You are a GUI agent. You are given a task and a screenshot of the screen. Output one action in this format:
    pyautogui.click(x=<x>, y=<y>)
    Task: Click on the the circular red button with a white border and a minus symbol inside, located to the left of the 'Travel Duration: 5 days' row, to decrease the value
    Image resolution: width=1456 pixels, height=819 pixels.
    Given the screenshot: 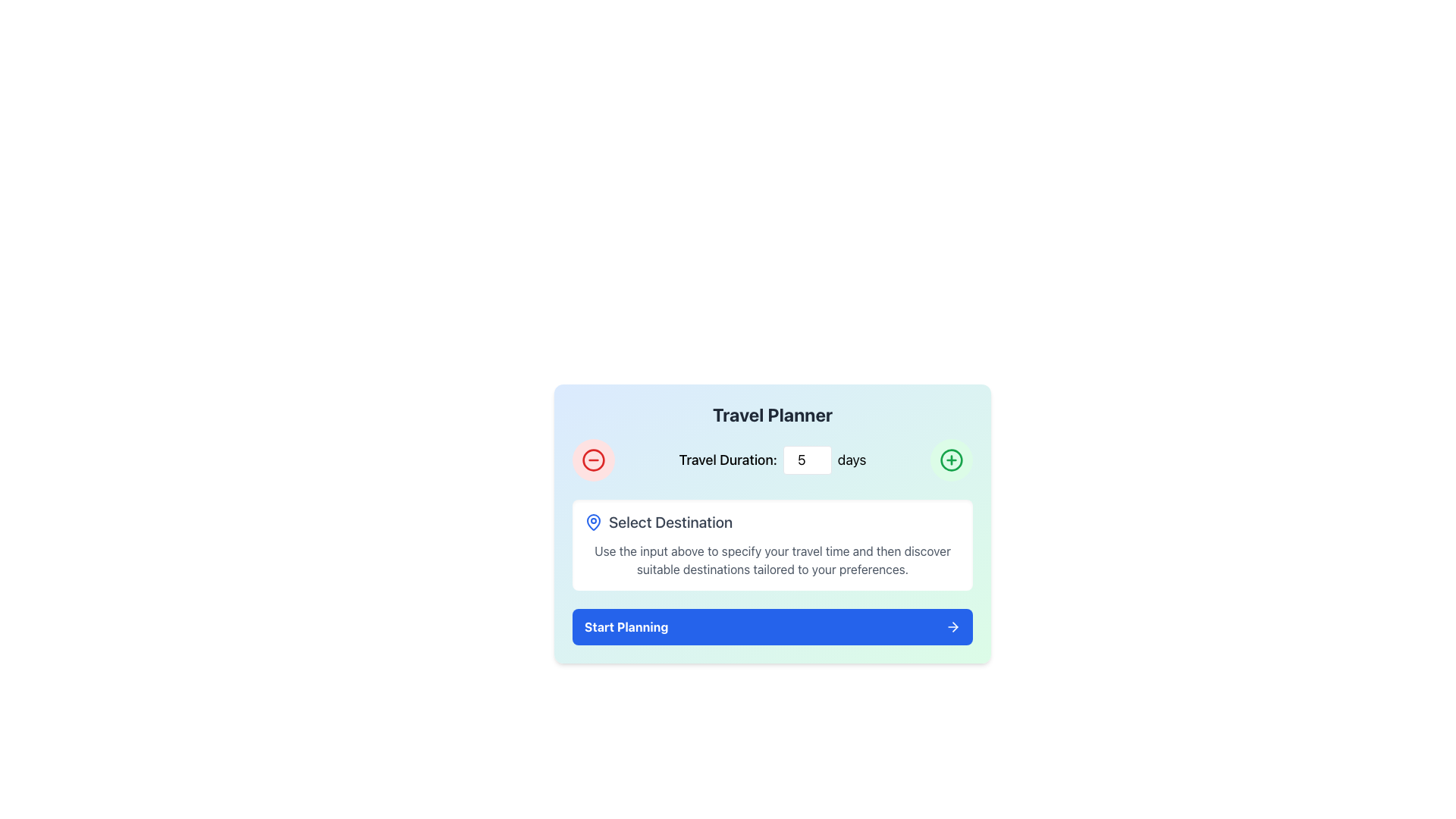 What is the action you would take?
    pyautogui.click(x=592, y=459)
    